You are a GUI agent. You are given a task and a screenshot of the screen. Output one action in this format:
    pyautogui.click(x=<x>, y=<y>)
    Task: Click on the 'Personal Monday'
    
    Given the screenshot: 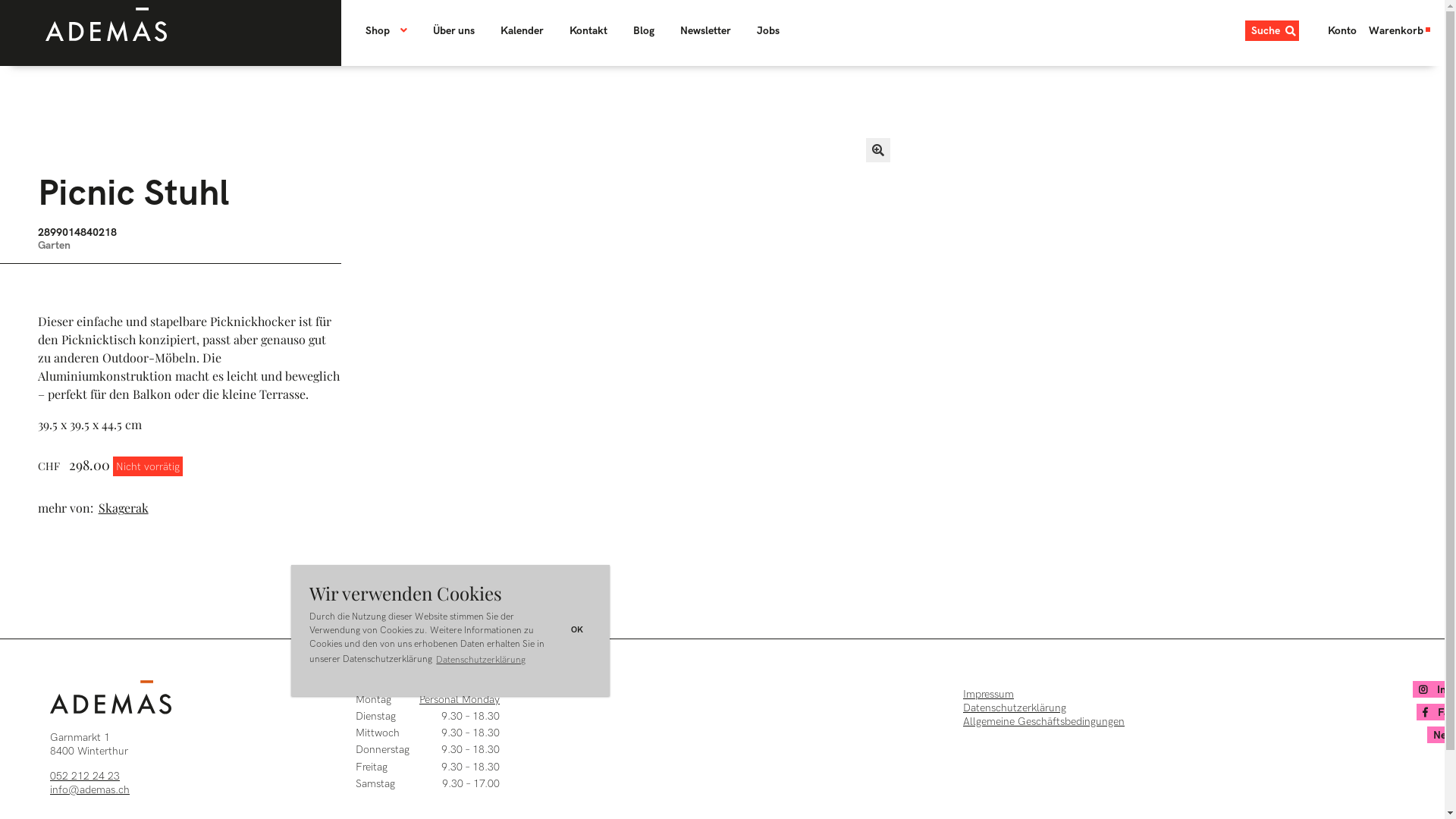 What is the action you would take?
    pyautogui.click(x=419, y=699)
    